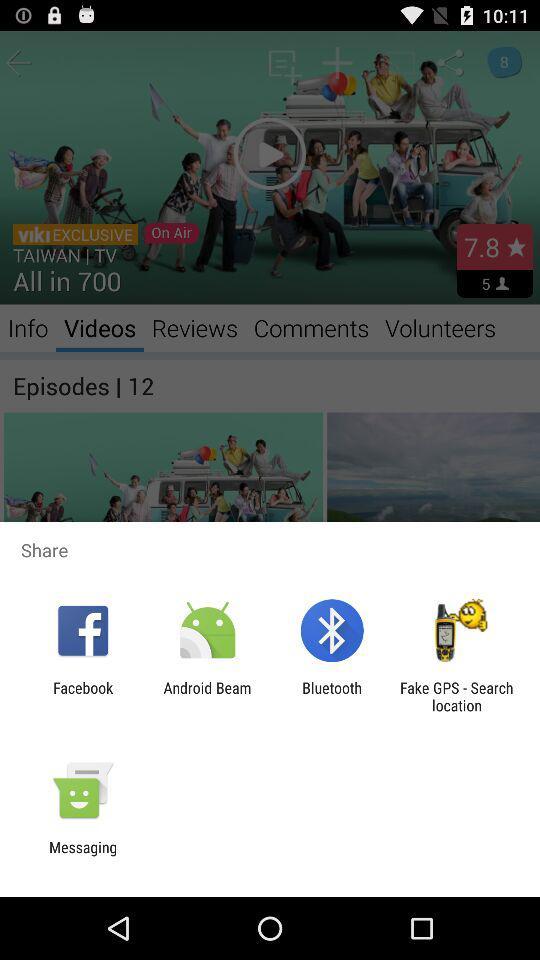  What do you see at coordinates (456, 696) in the screenshot?
I see `fake gps search icon` at bounding box center [456, 696].